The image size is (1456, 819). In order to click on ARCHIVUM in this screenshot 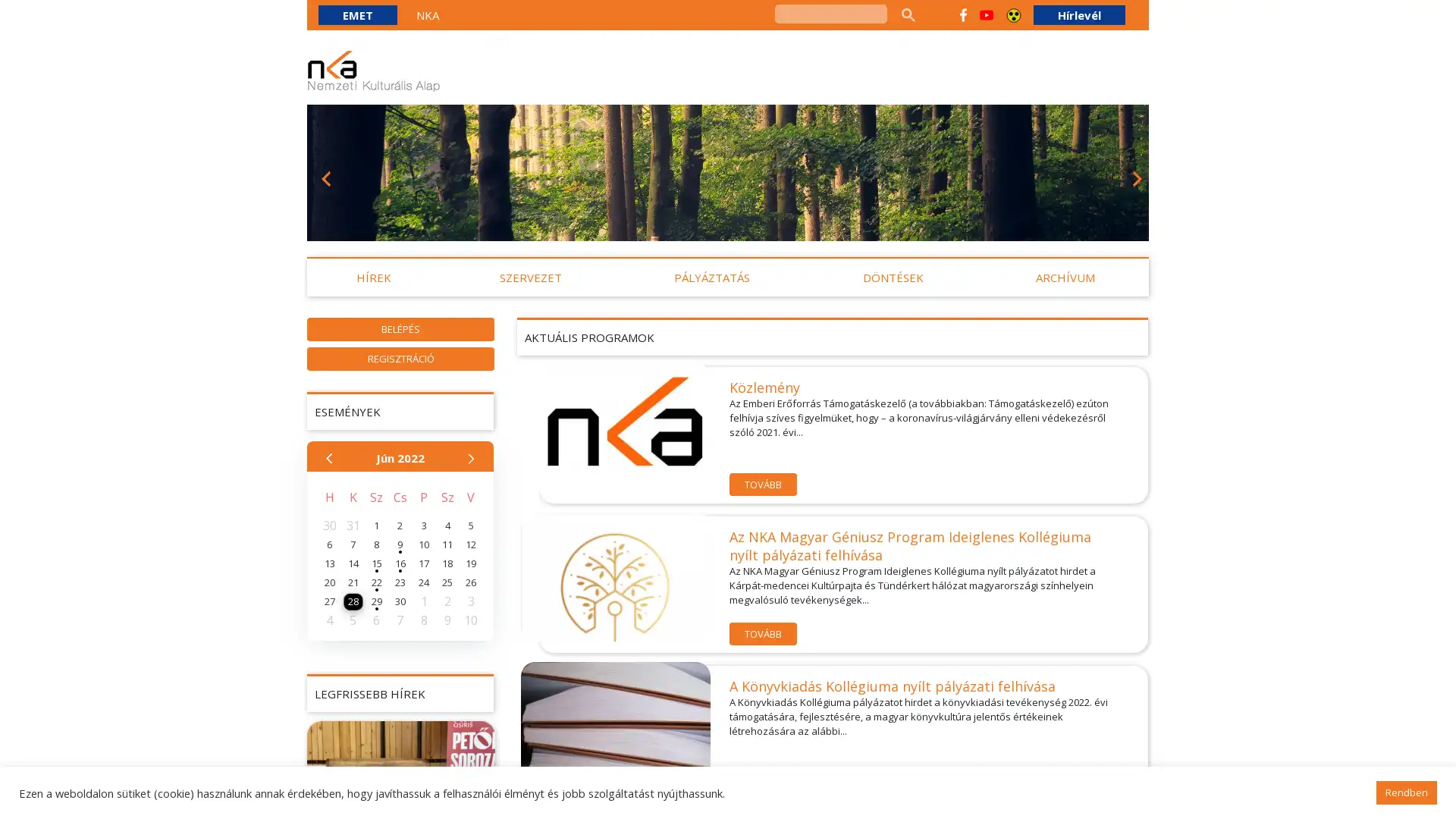, I will do `click(1065, 278)`.